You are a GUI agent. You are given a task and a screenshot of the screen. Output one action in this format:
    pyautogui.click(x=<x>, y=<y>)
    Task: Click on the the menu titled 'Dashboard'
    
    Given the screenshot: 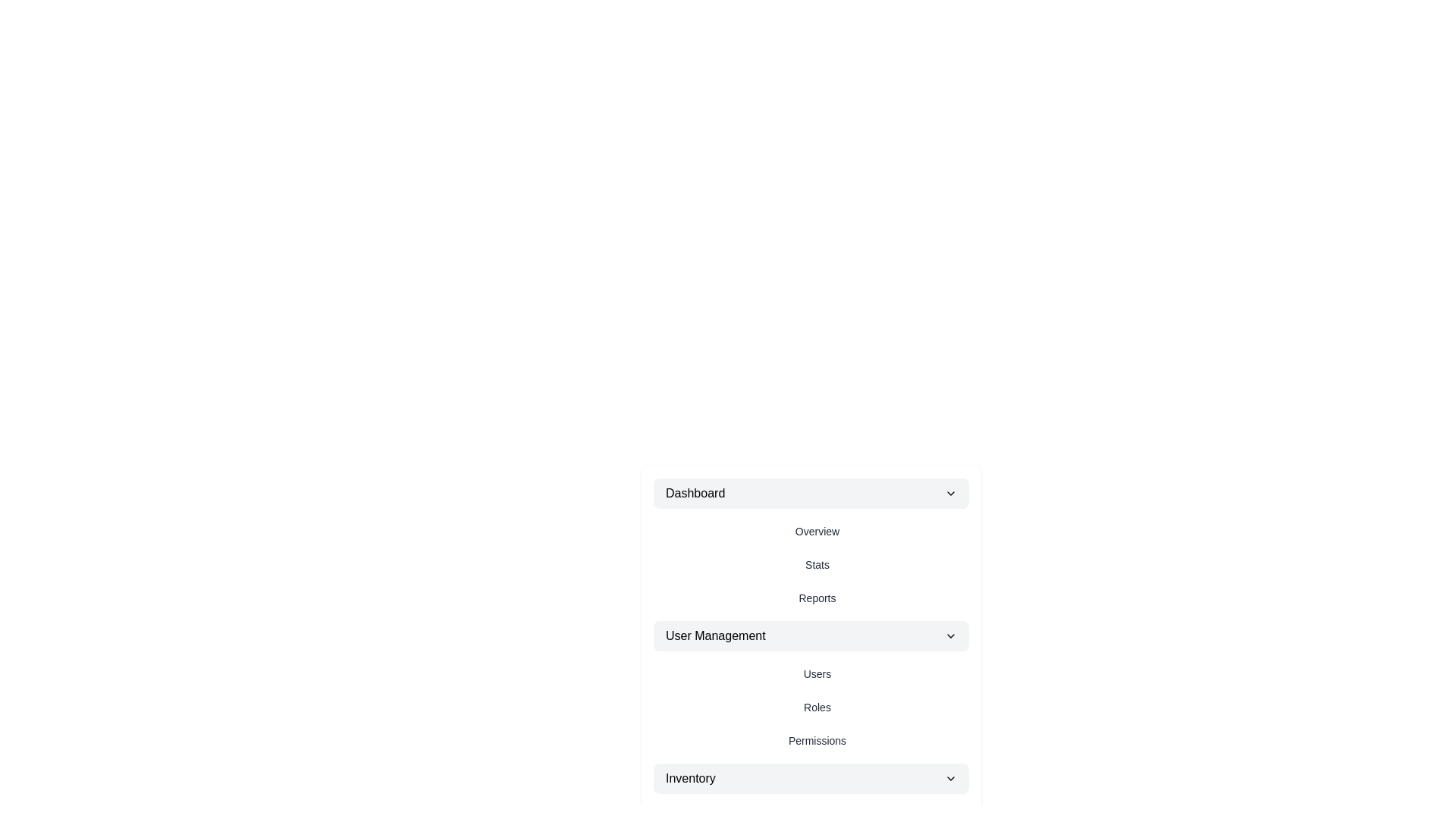 What is the action you would take?
    pyautogui.click(x=811, y=494)
    